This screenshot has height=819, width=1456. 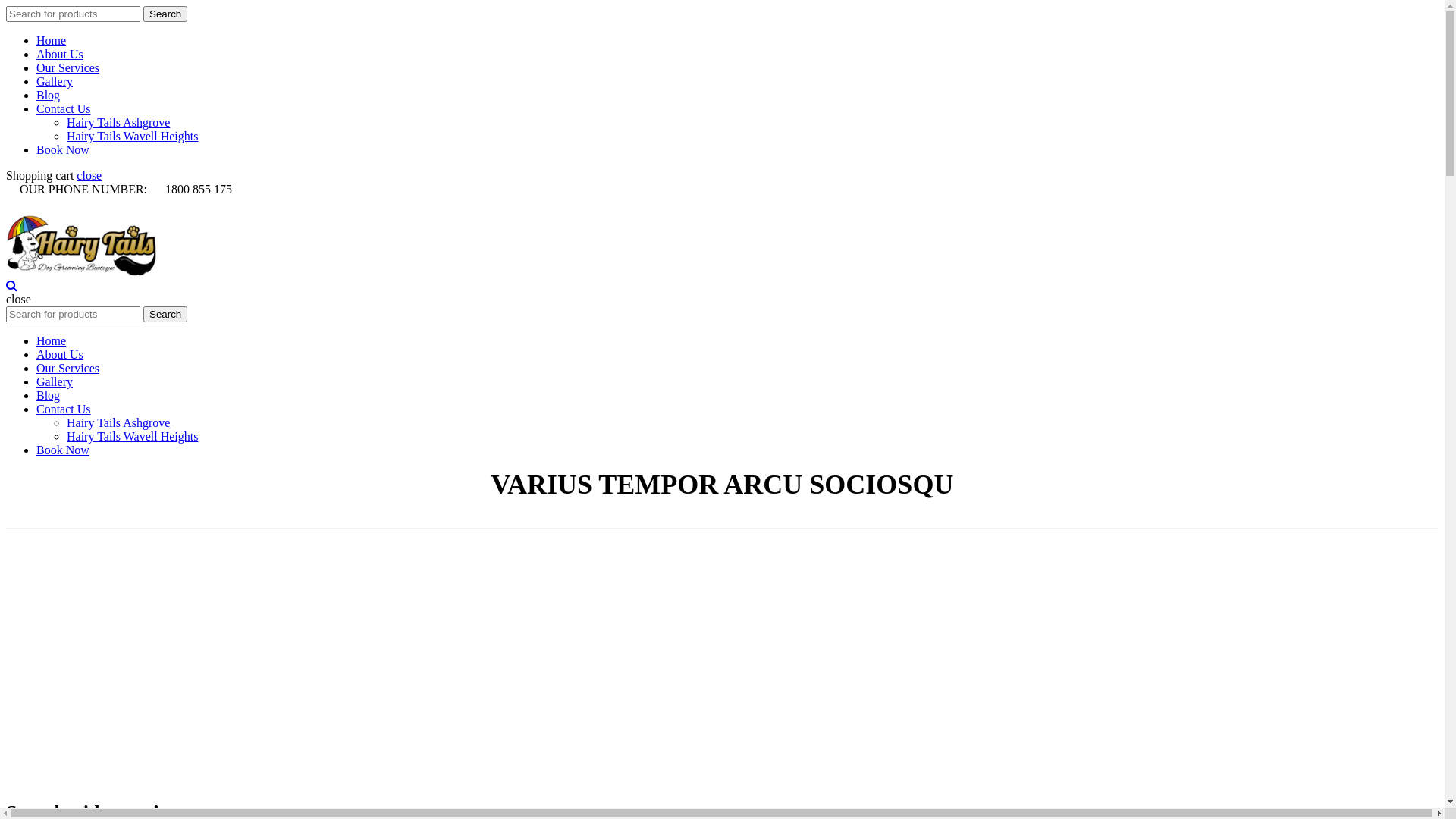 I want to click on 'Book Now', so click(x=61, y=449).